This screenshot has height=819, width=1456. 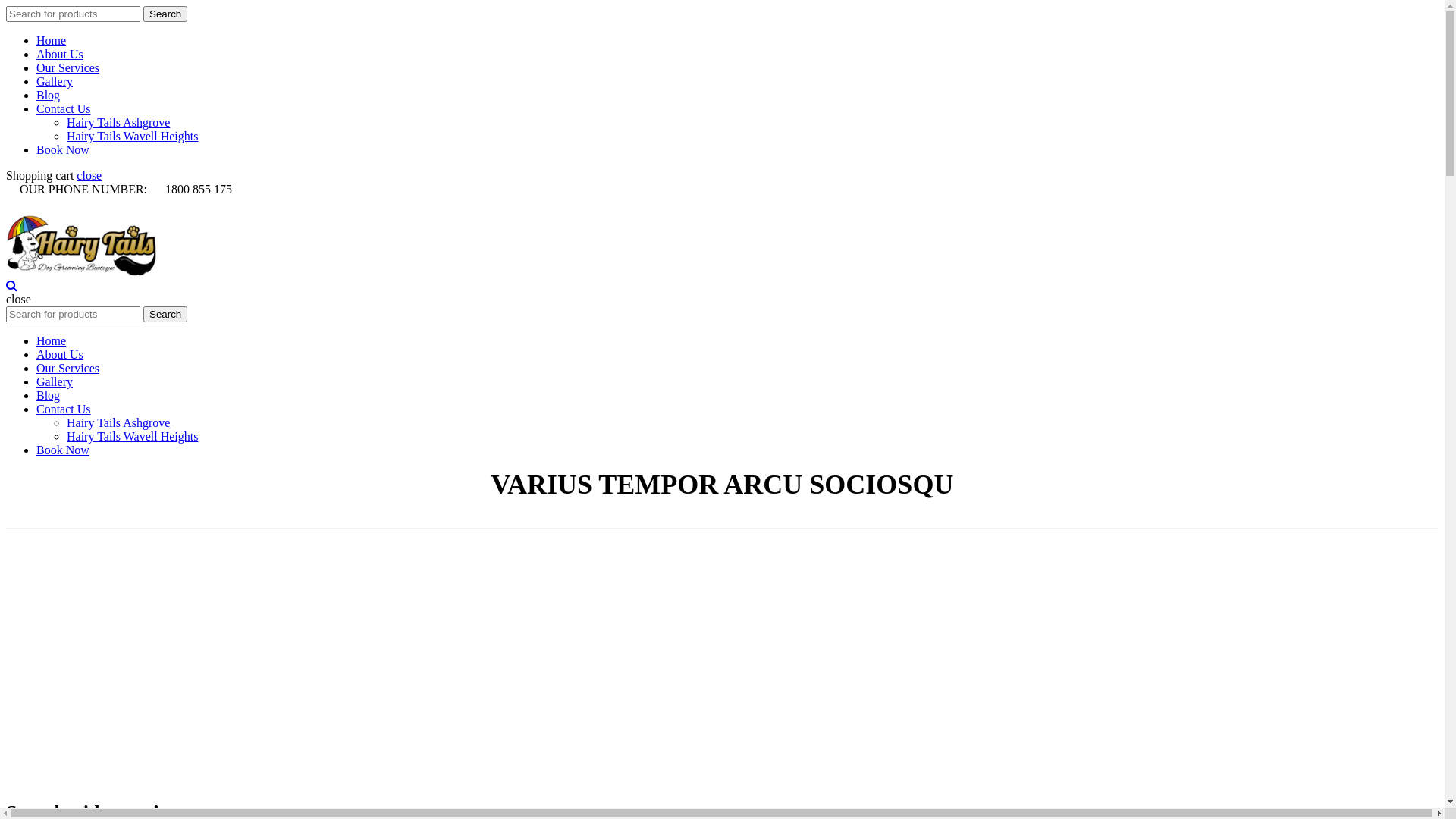 I want to click on 'Book Now', so click(x=61, y=449).